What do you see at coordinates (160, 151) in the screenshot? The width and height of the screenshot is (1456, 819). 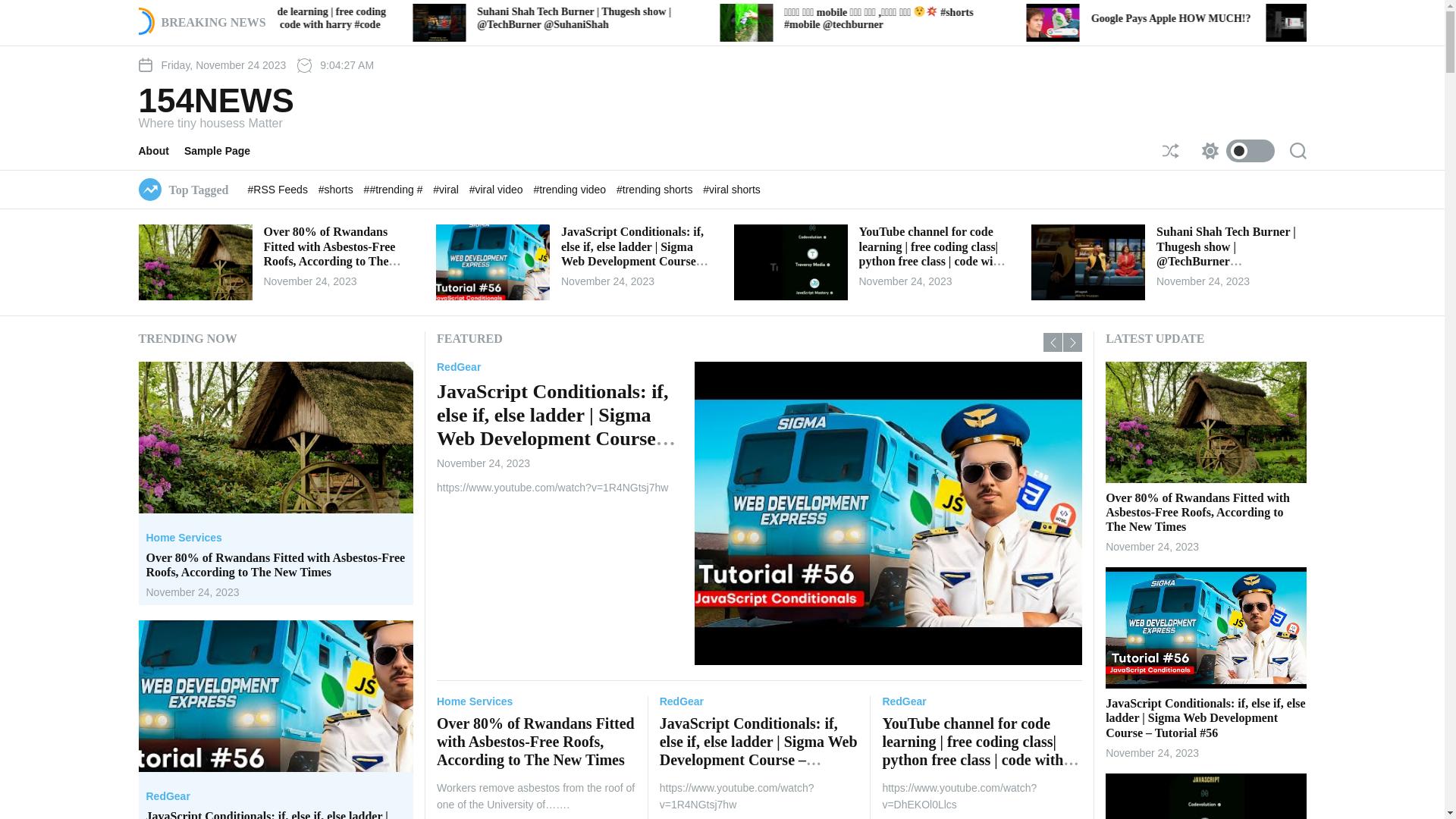 I see `'About'` at bounding box center [160, 151].